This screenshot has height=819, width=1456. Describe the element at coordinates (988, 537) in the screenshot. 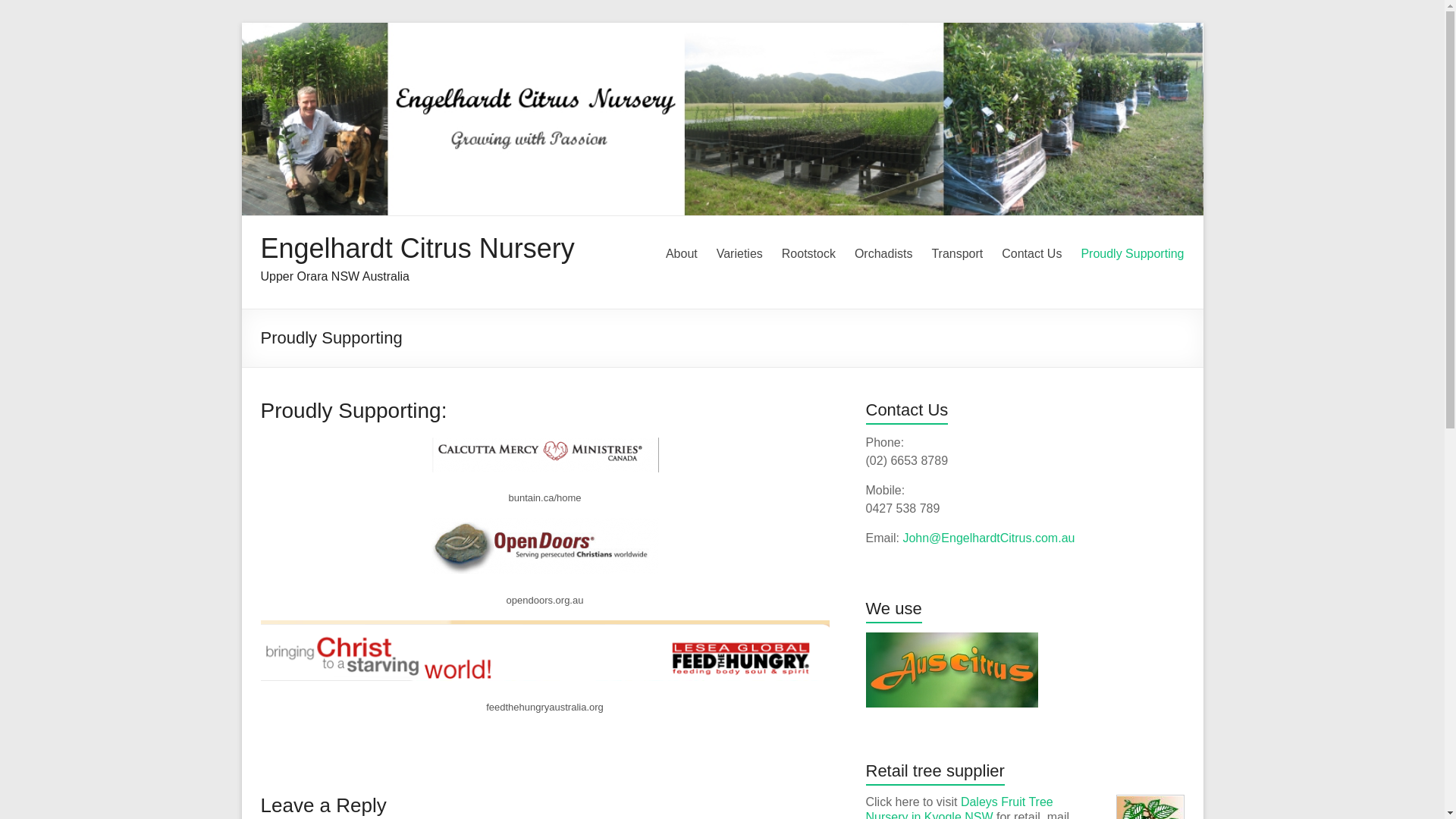

I see `'John@EngelhardtCitrus.com.au'` at that location.